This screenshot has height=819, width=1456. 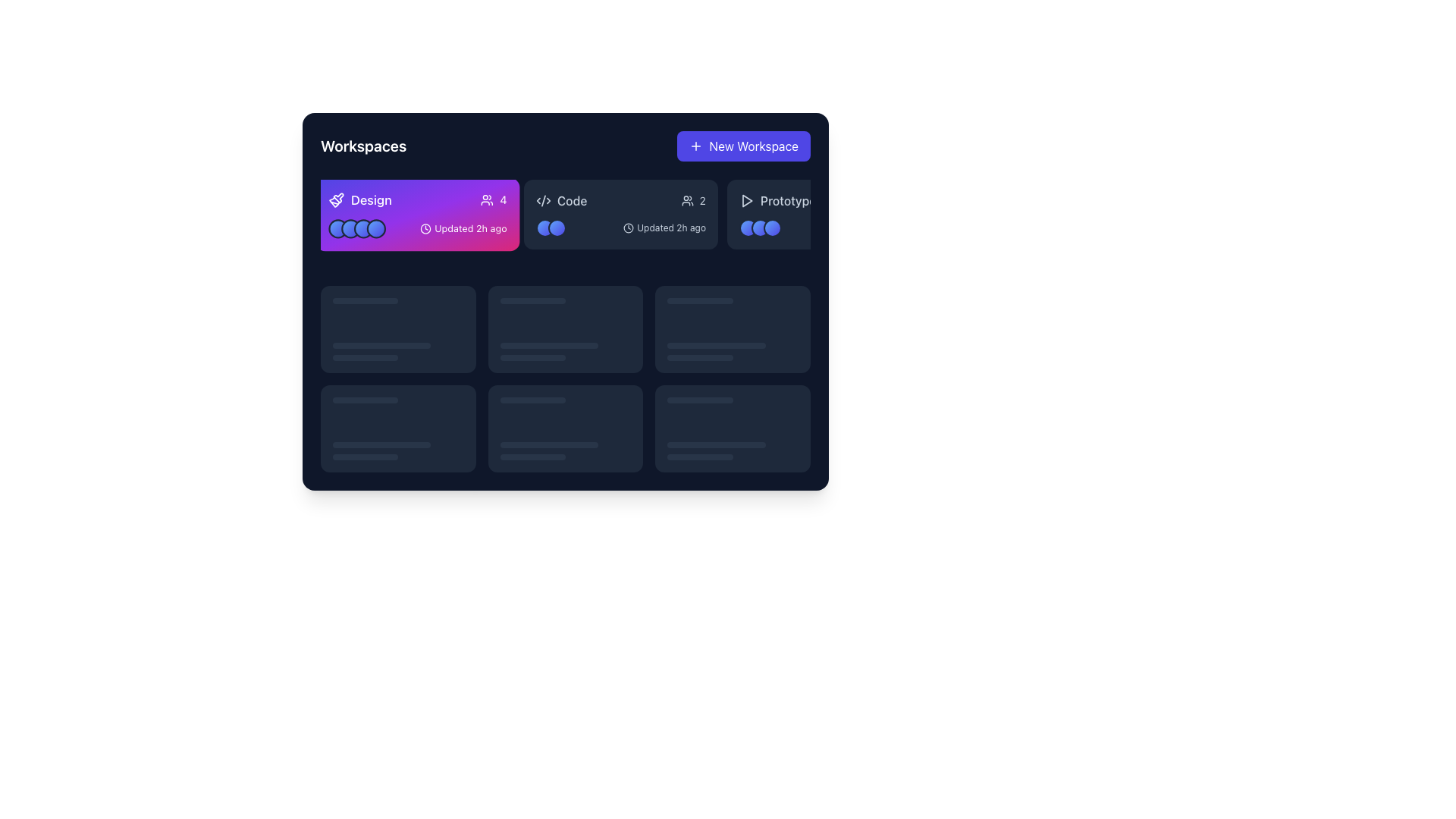 What do you see at coordinates (761, 227) in the screenshot?
I see `grouped visual indicator composed of circular shapes located to the left of the timestamp text in the 'Updated 2h ago' section of the Prototype workspace card` at bounding box center [761, 227].